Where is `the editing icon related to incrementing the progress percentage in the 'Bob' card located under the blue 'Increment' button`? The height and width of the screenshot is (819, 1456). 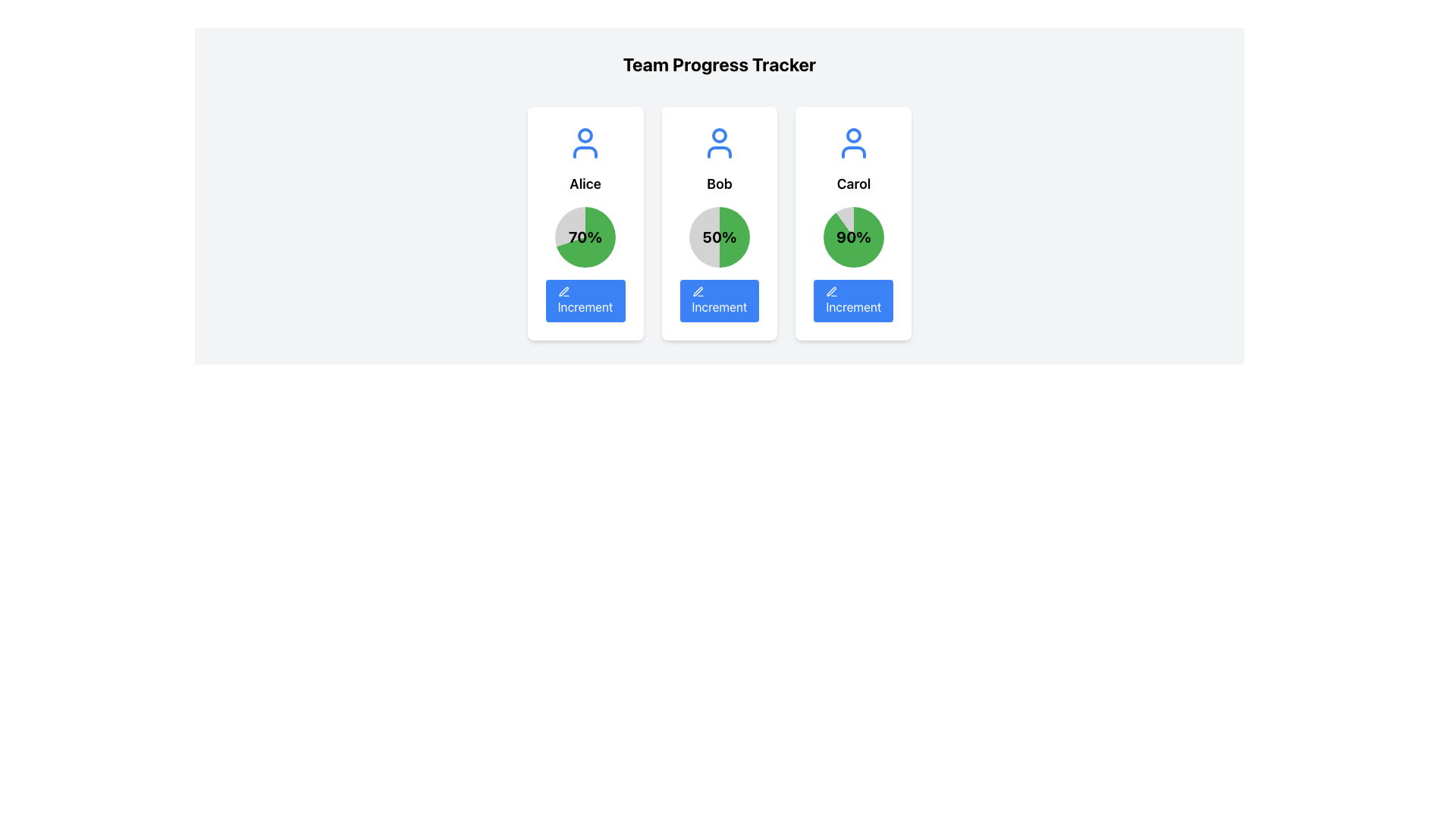
the editing icon related to incrementing the progress percentage in the 'Bob' card located under the blue 'Increment' button is located at coordinates (697, 291).